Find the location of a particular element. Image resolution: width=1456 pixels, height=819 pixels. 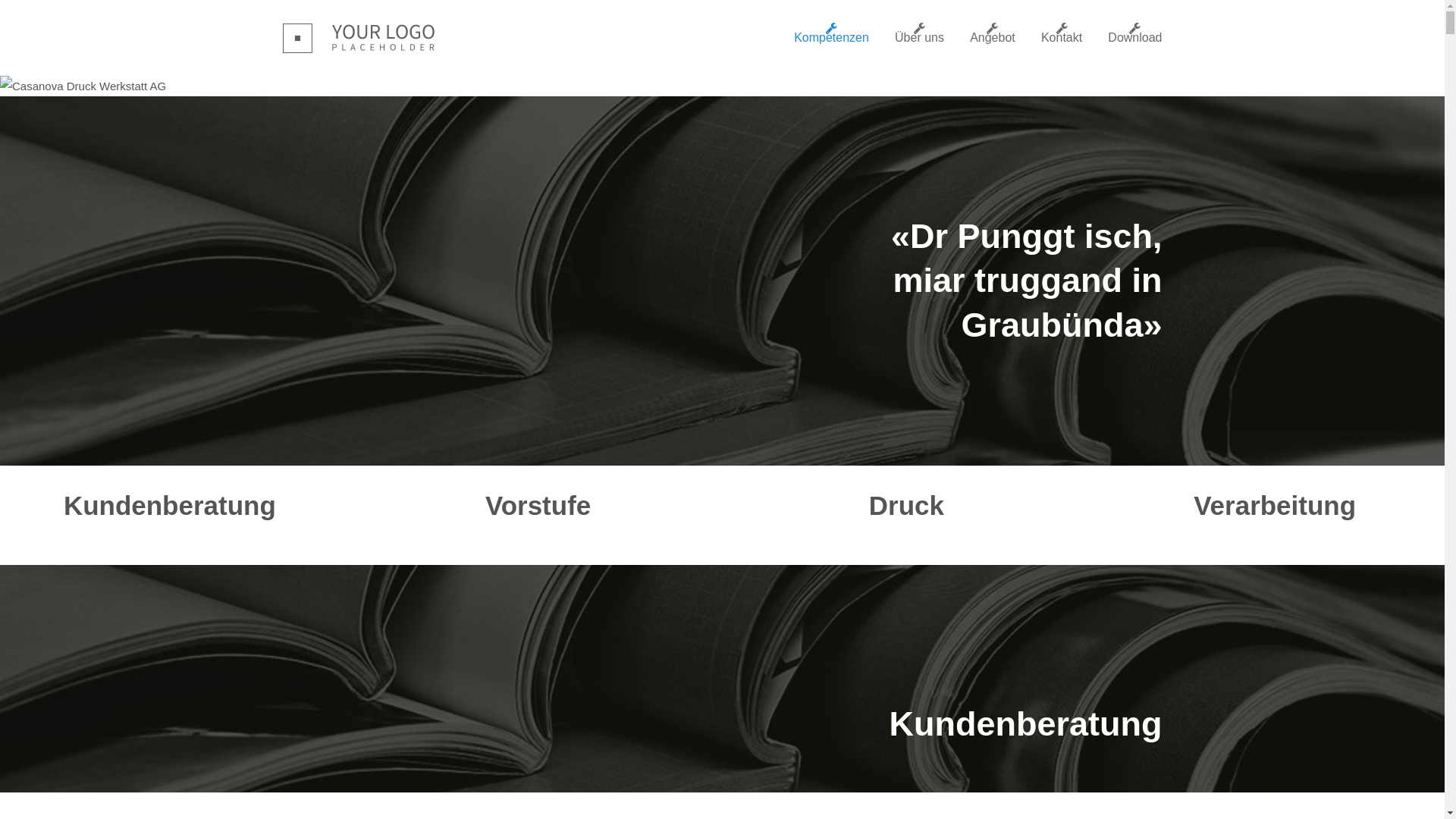

'Download' is located at coordinates (1107, 37).